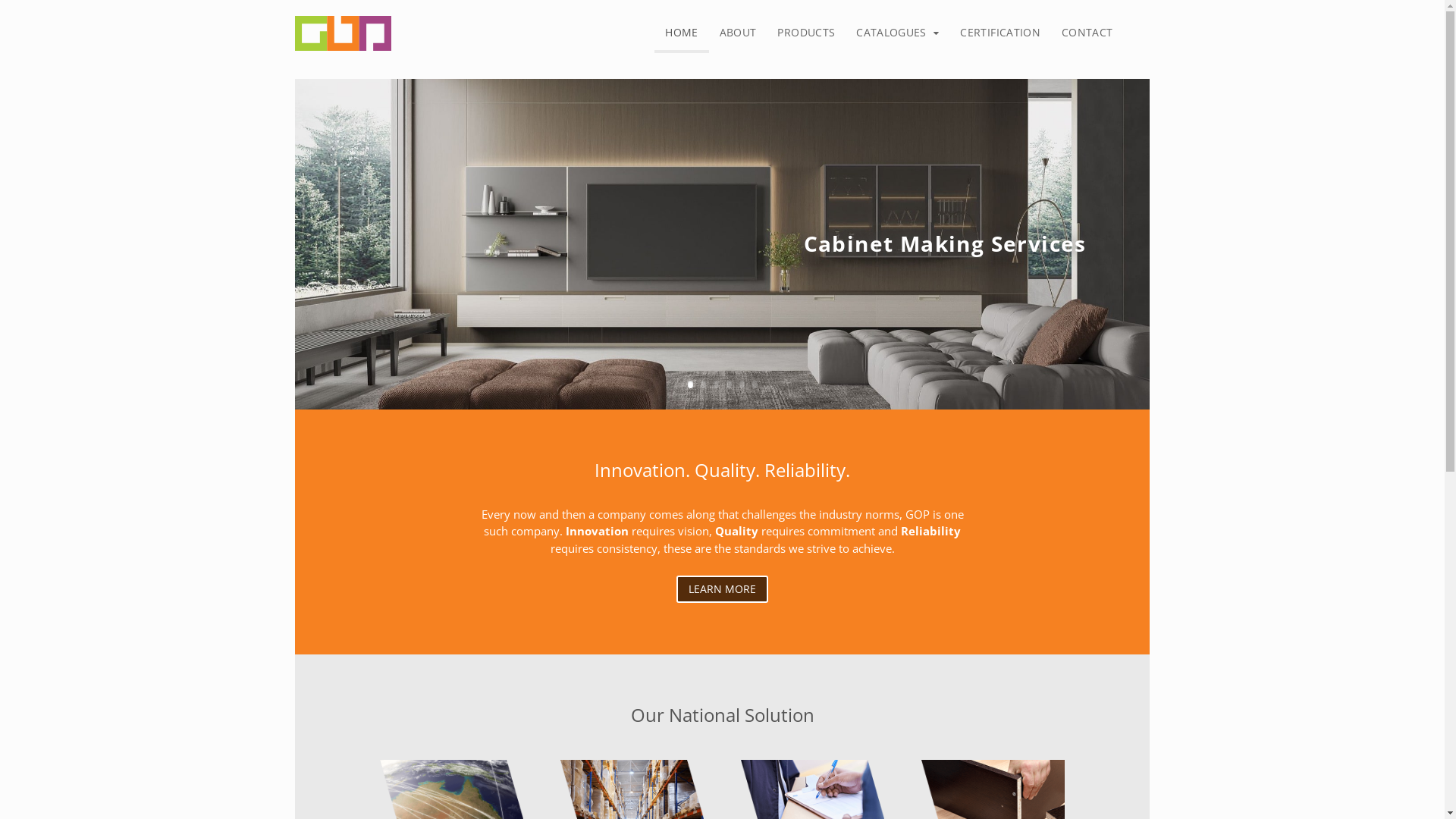 This screenshot has width=1456, height=819. What do you see at coordinates (803, 246) in the screenshot?
I see `'Cabinet Making Services'` at bounding box center [803, 246].